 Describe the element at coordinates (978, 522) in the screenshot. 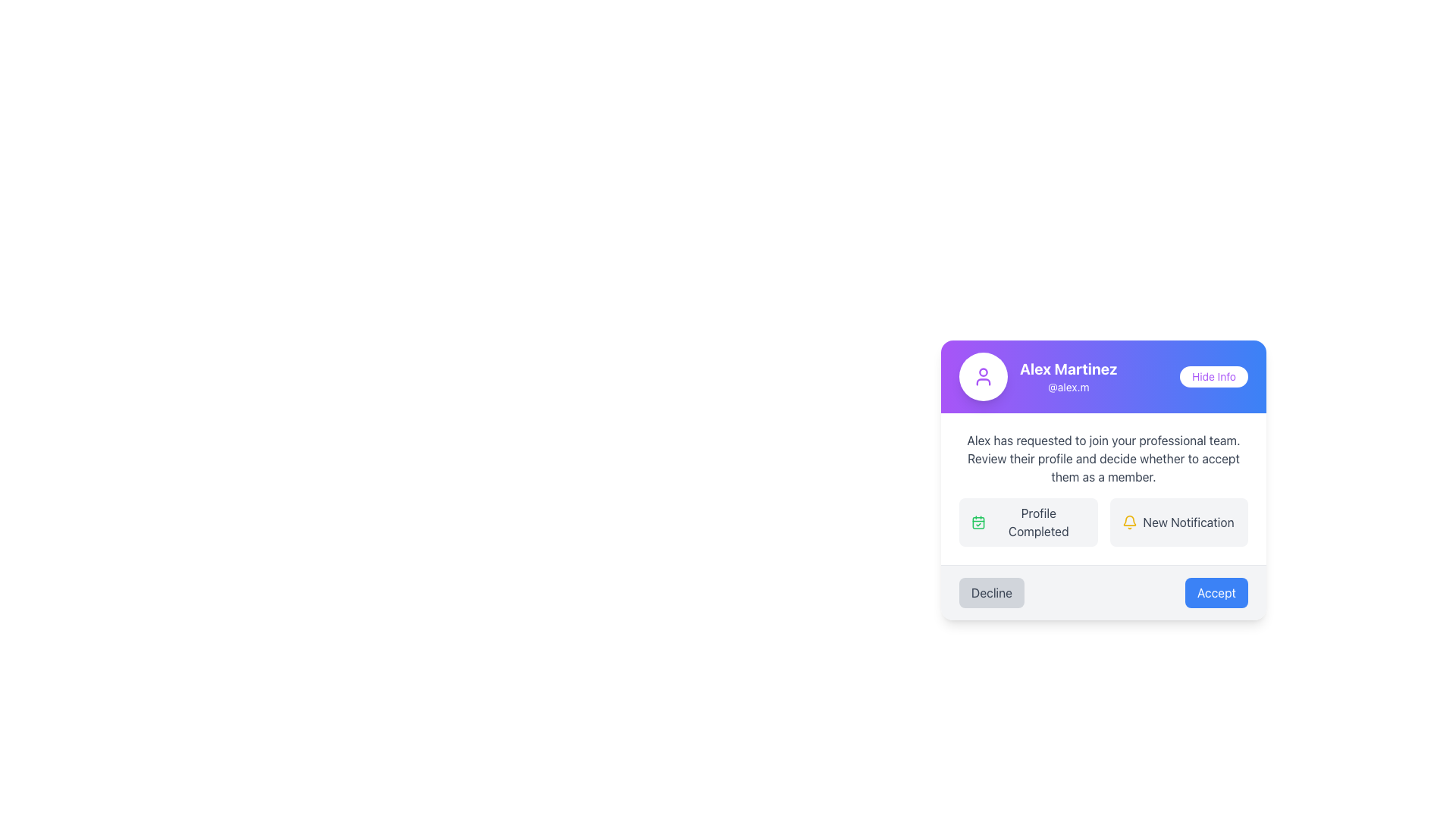

I see `the visual status of the graphical icon component indicating the completed profile status within the 'Profile Completed' label located on the left side of the calendar-shaped icon` at that location.